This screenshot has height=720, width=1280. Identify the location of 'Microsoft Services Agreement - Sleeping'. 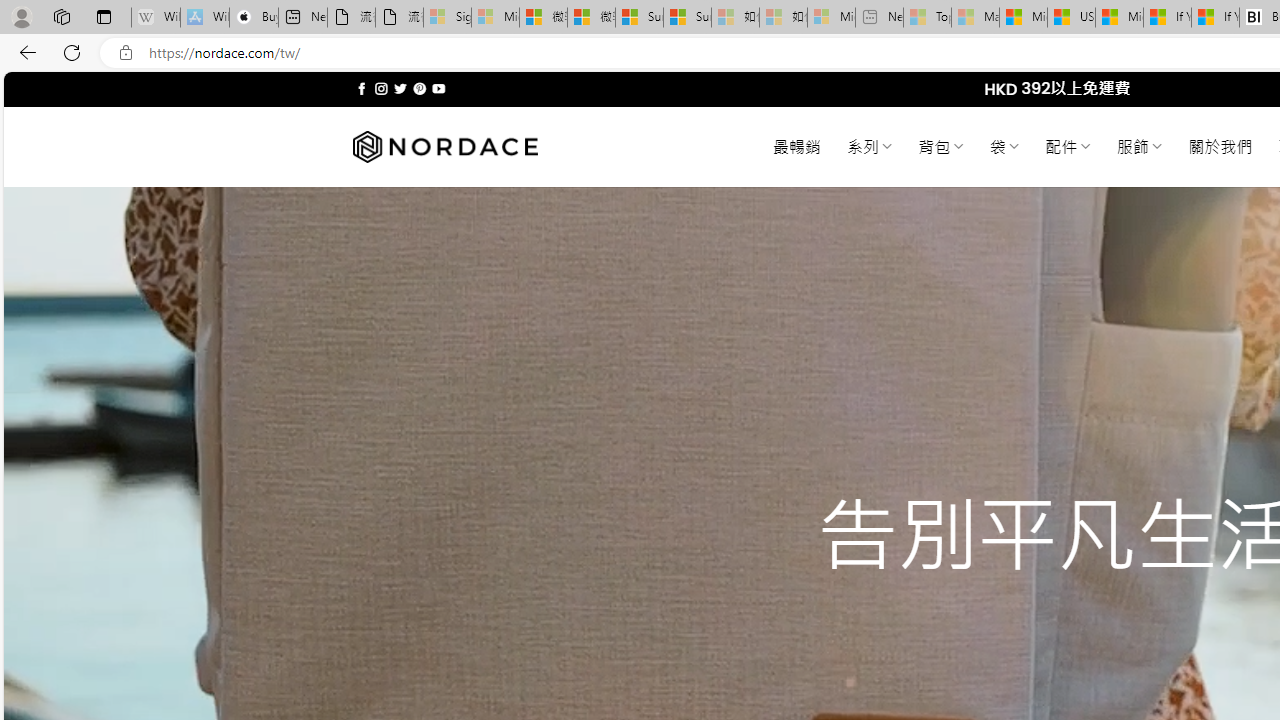
(495, 17).